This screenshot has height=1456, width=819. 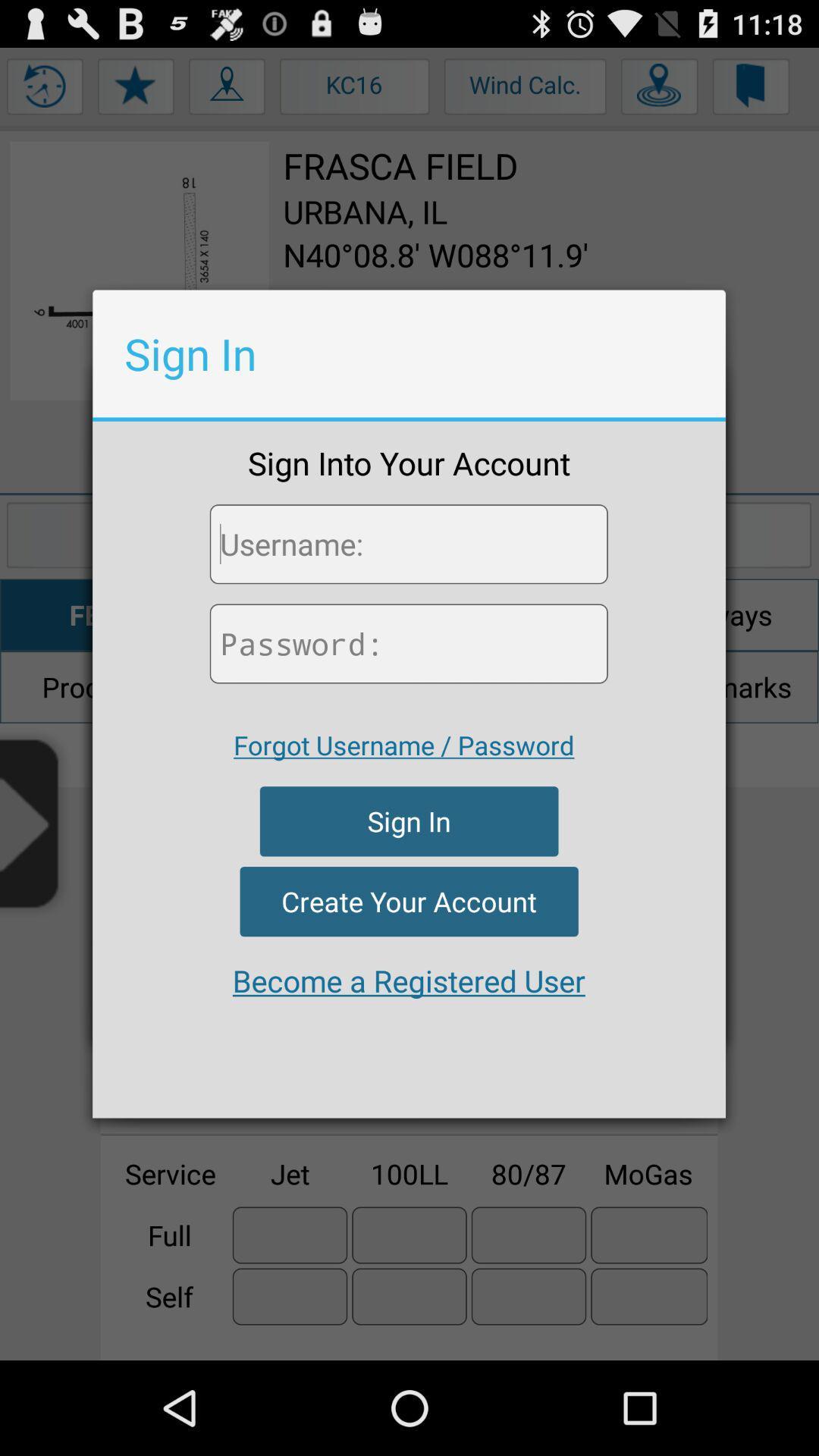 I want to click on item below the create your account item, so click(x=408, y=981).